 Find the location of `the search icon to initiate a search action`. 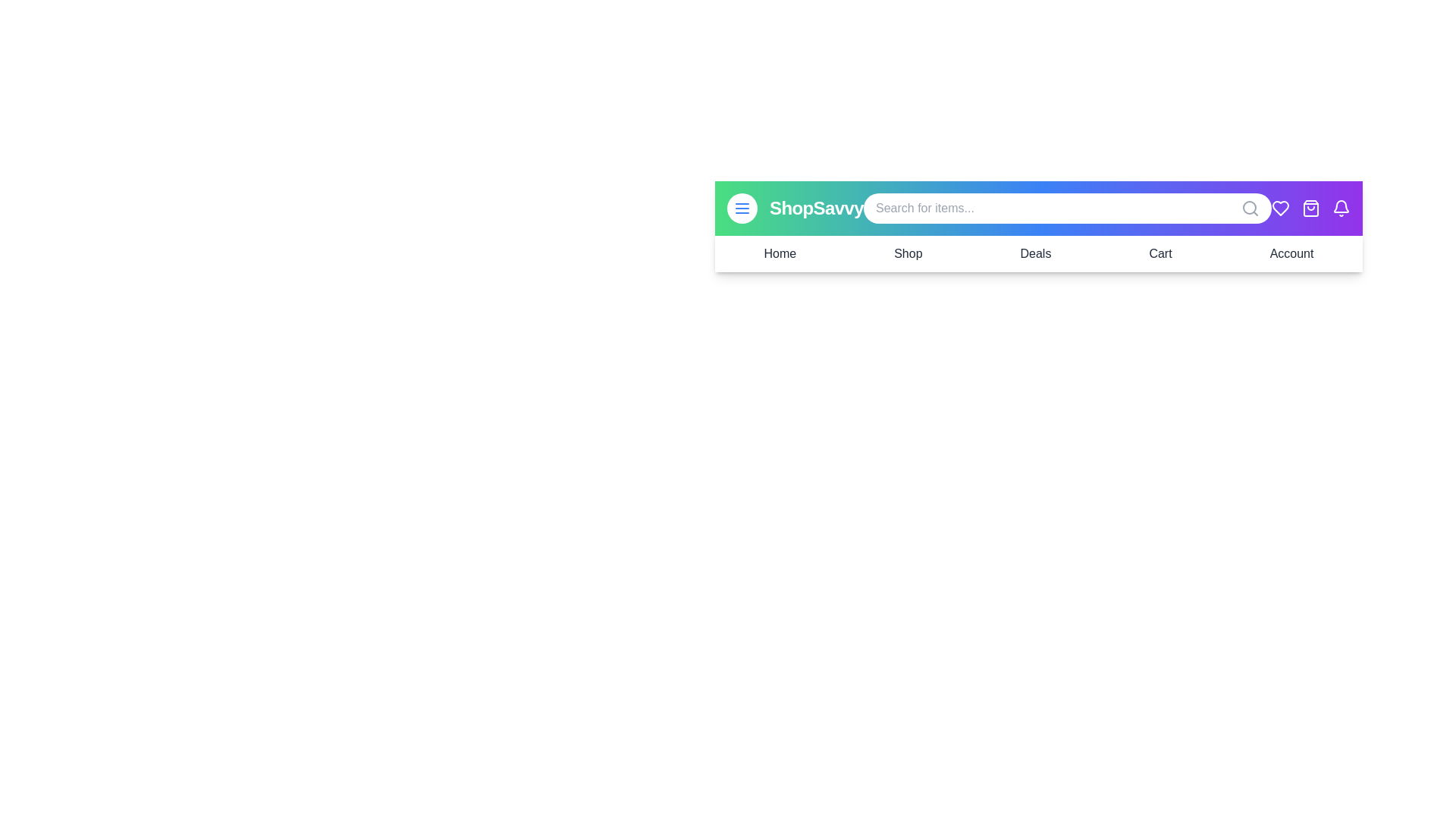

the search icon to initiate a search action is located at coordinates (1250, 208).